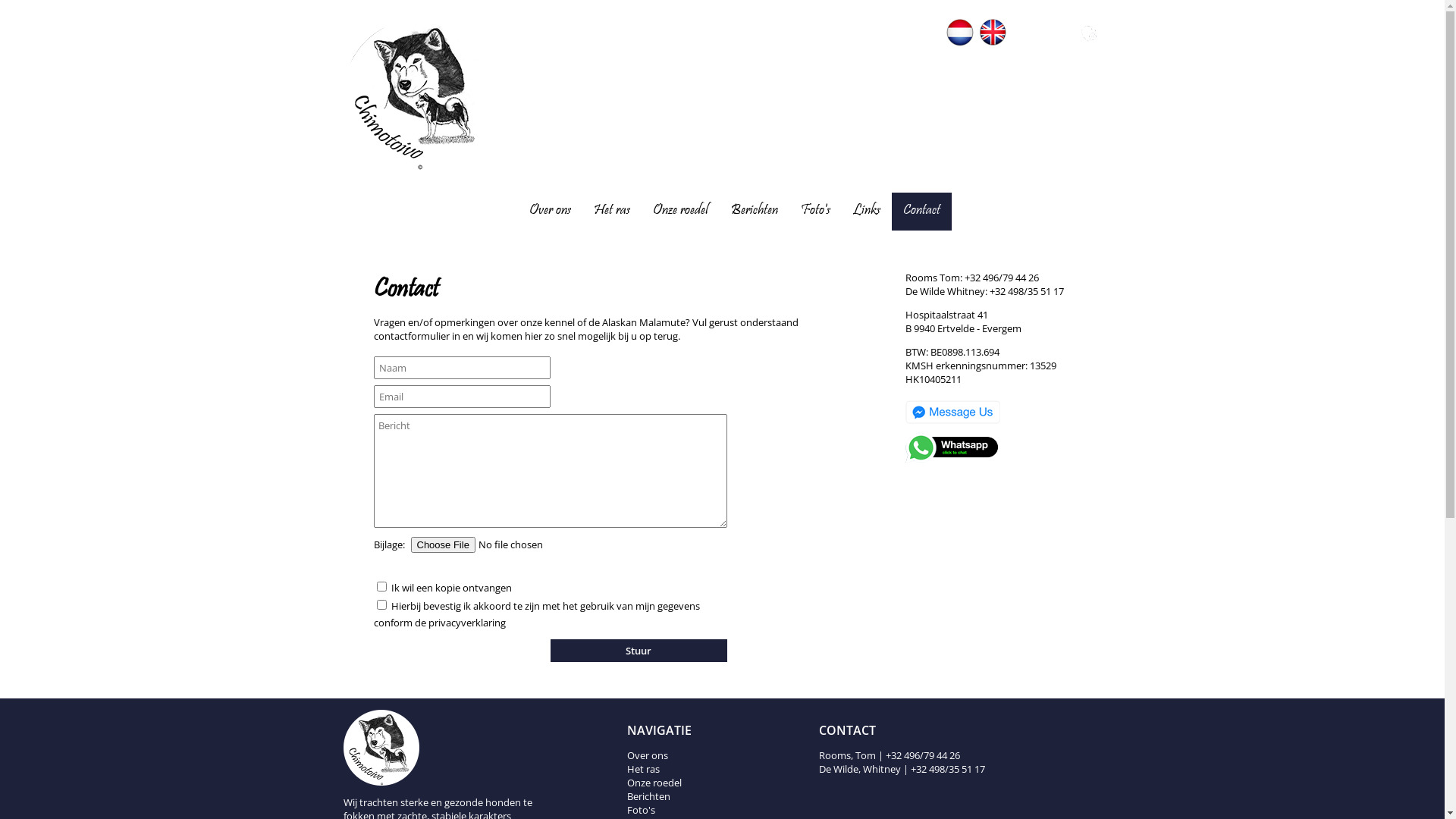 Image resolution: width=1456 pixels, height=819 pixels. I want to click on 'Chimotoivo Alaskan Malamute Kennel', so click(419, 94).